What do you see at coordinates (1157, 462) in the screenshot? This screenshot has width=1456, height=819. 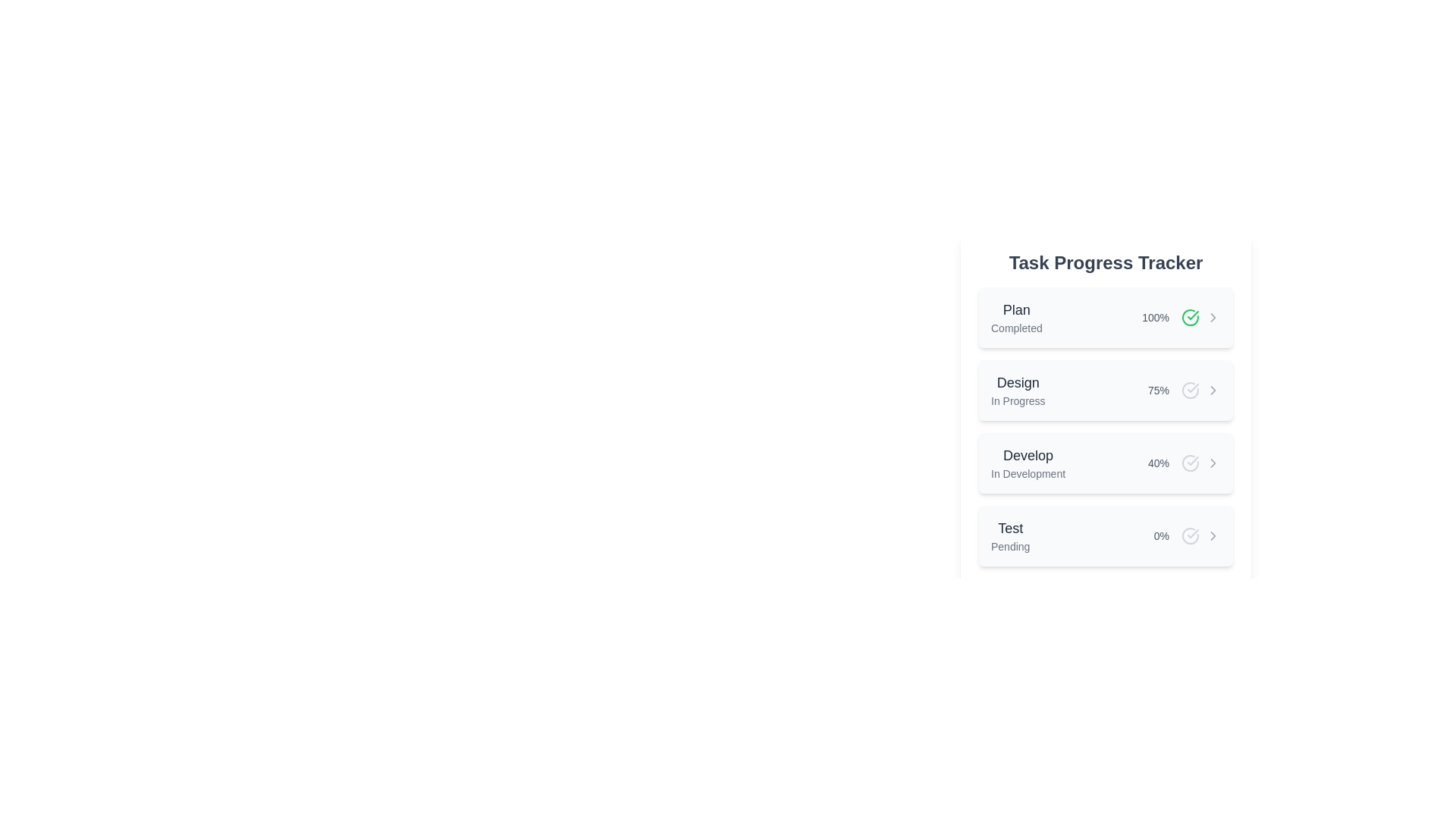 I see `the text label displaying '40%' that indicates the progress status of the 'Develop' task, which is styled in gray and positioned as the first component in its horizontal group` at bounding box center [1157, 462].